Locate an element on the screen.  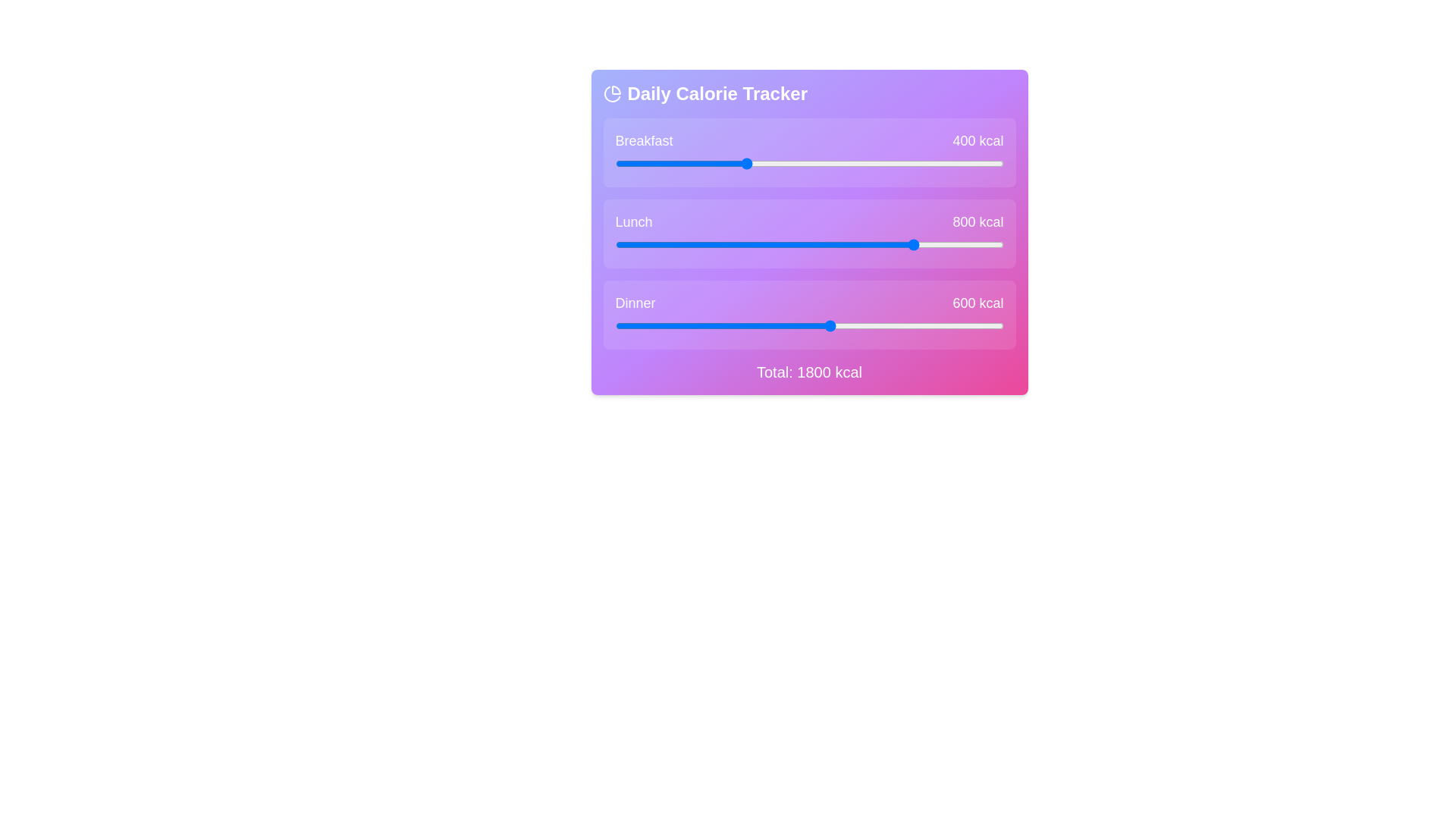
the Static Text Label indicating the category 'Lunch' within the calorie tracker interface is located at coordinates (633, 222).